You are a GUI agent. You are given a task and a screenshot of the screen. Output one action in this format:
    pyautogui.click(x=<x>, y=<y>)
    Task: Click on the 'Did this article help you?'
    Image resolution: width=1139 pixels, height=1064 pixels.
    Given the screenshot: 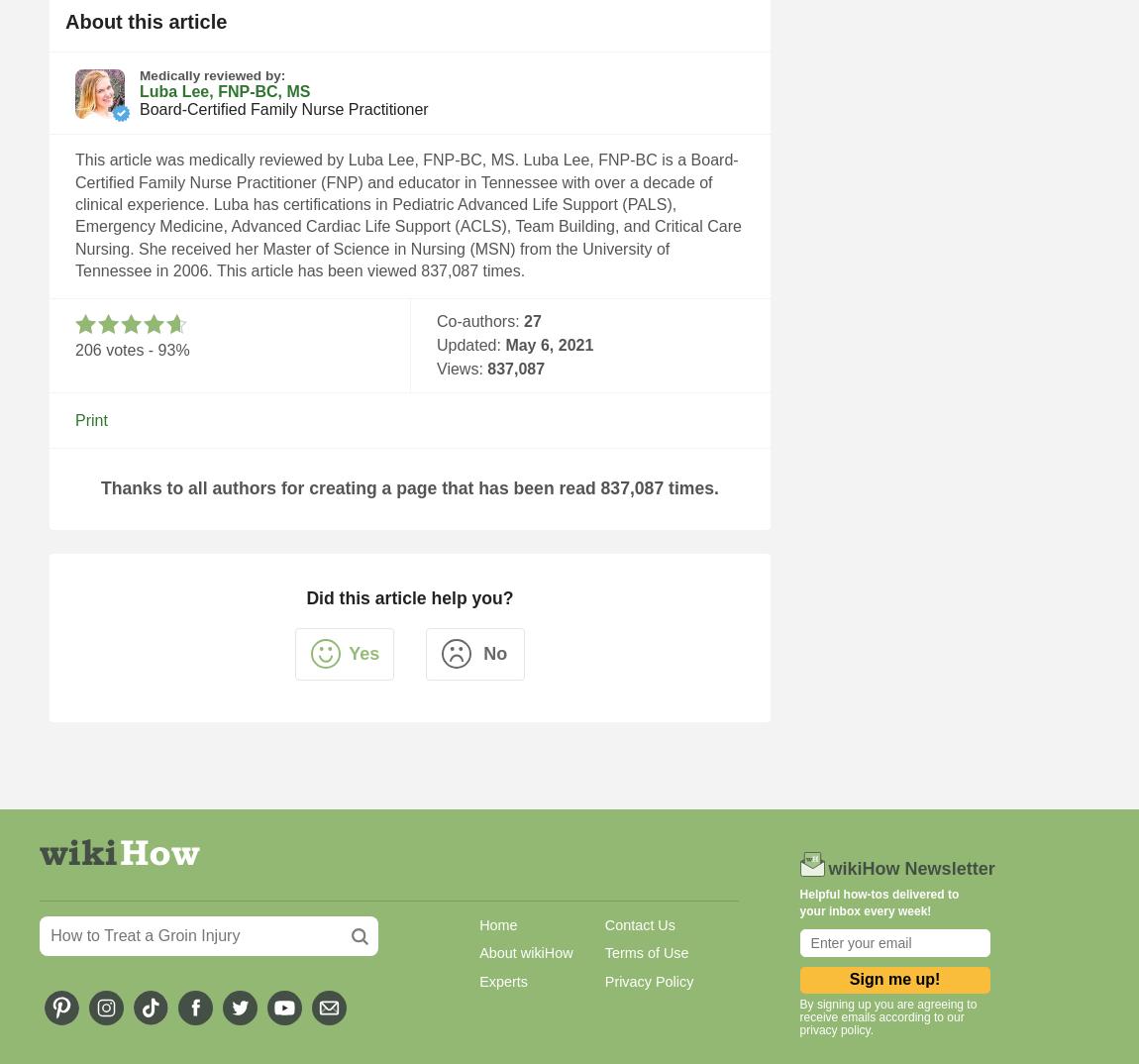 What is the action you would take?
    pyautogui.click(x=409, y=598)
    